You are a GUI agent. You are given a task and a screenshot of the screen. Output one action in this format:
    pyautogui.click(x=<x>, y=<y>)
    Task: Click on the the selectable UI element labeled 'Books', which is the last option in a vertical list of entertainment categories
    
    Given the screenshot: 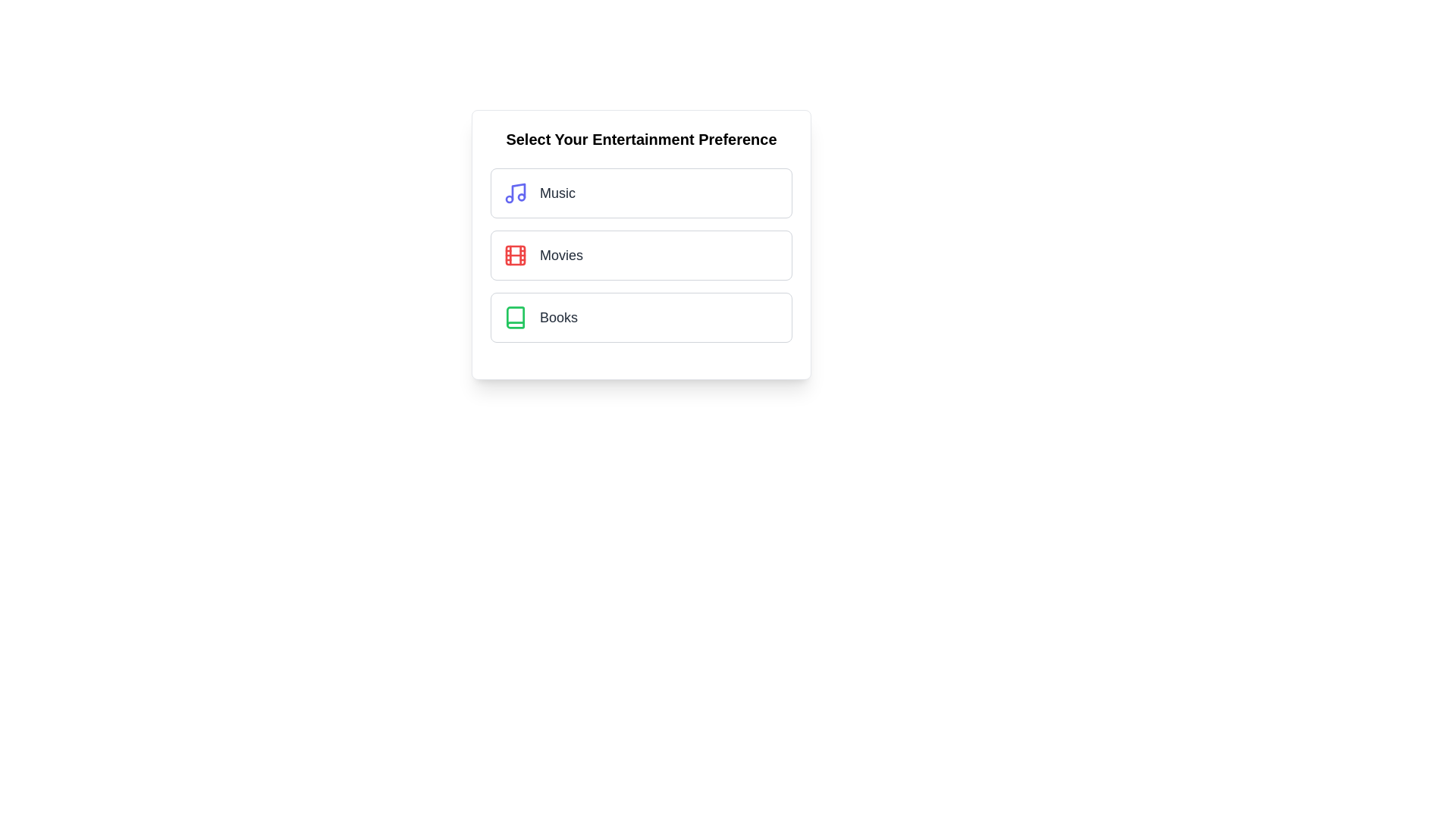 What is the action you would take?
    pyautogui.click(x=641, y=317)
    